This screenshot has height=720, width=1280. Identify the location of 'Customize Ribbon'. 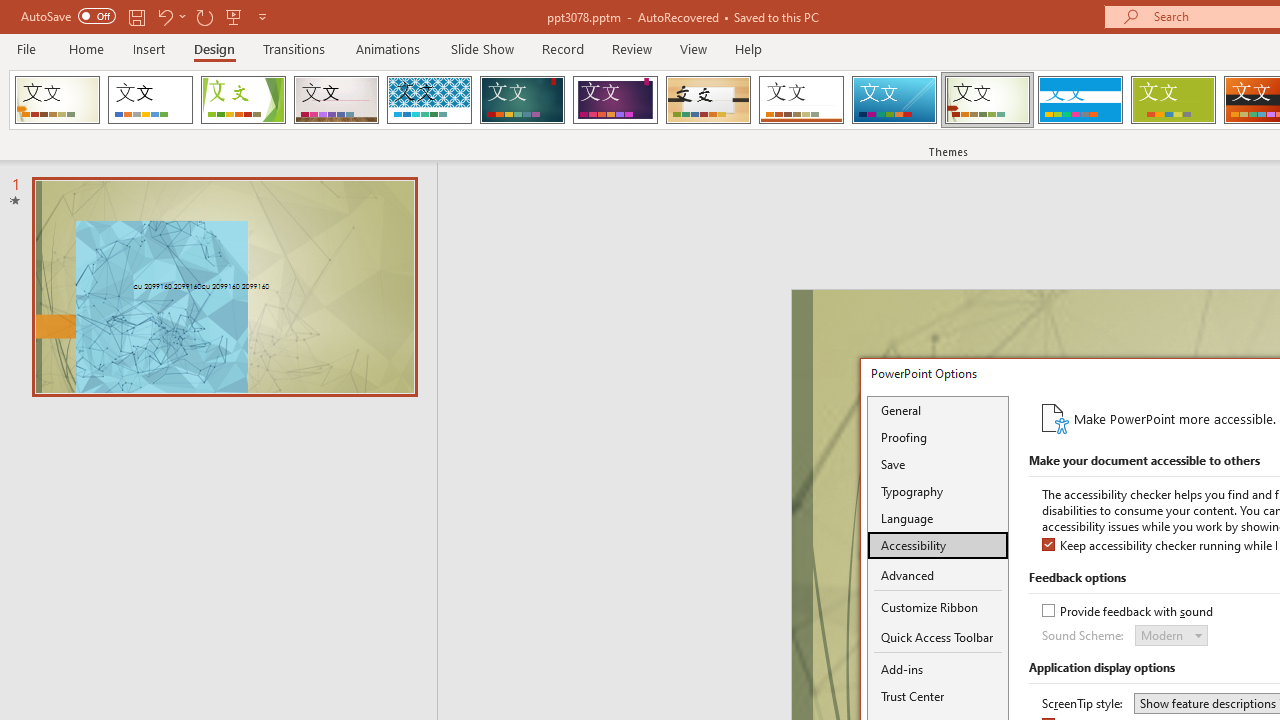
(937, 606).